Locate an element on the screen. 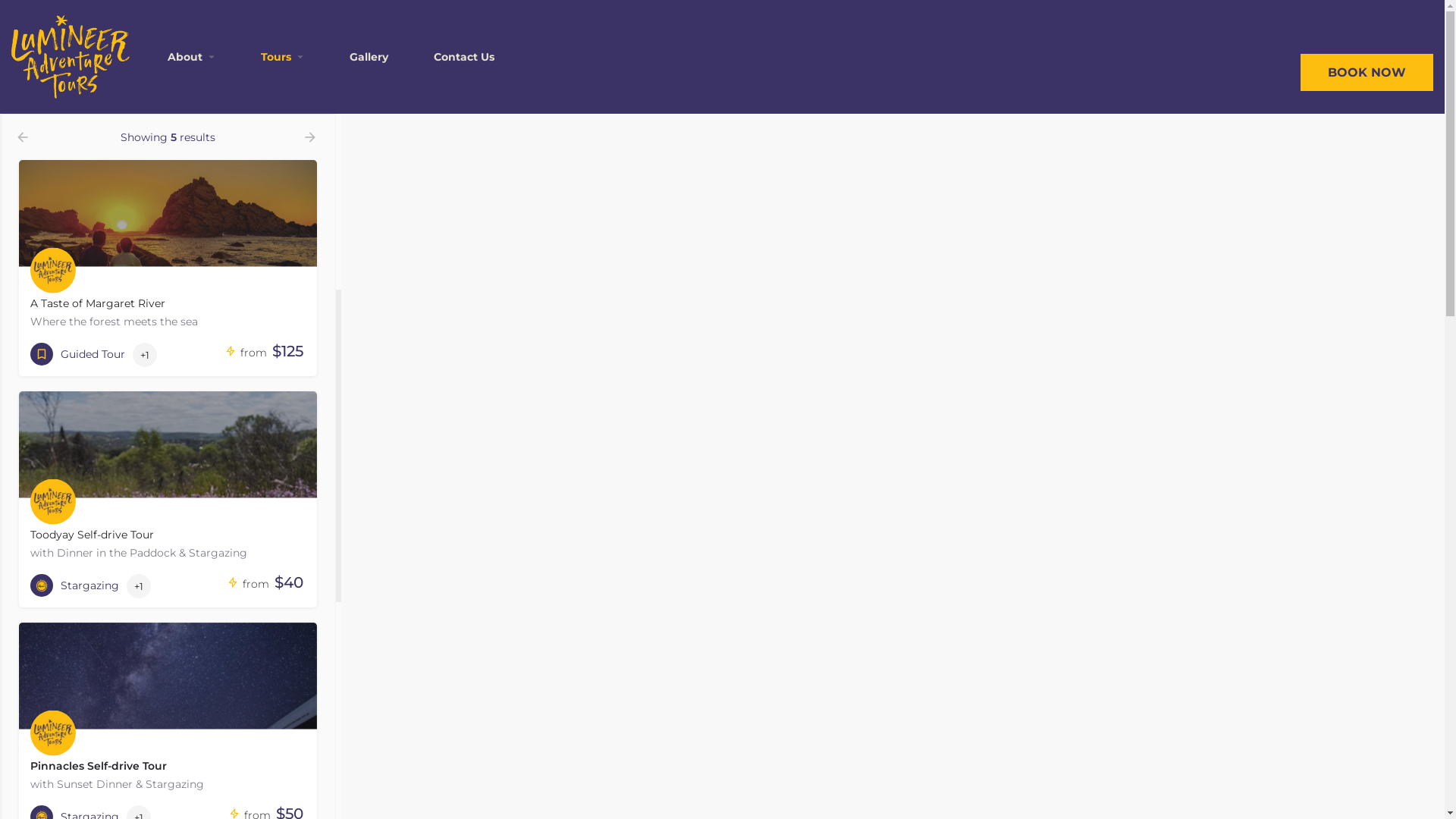 The image size is (1456, 819). 'About' is located at coordinates (184, 55).